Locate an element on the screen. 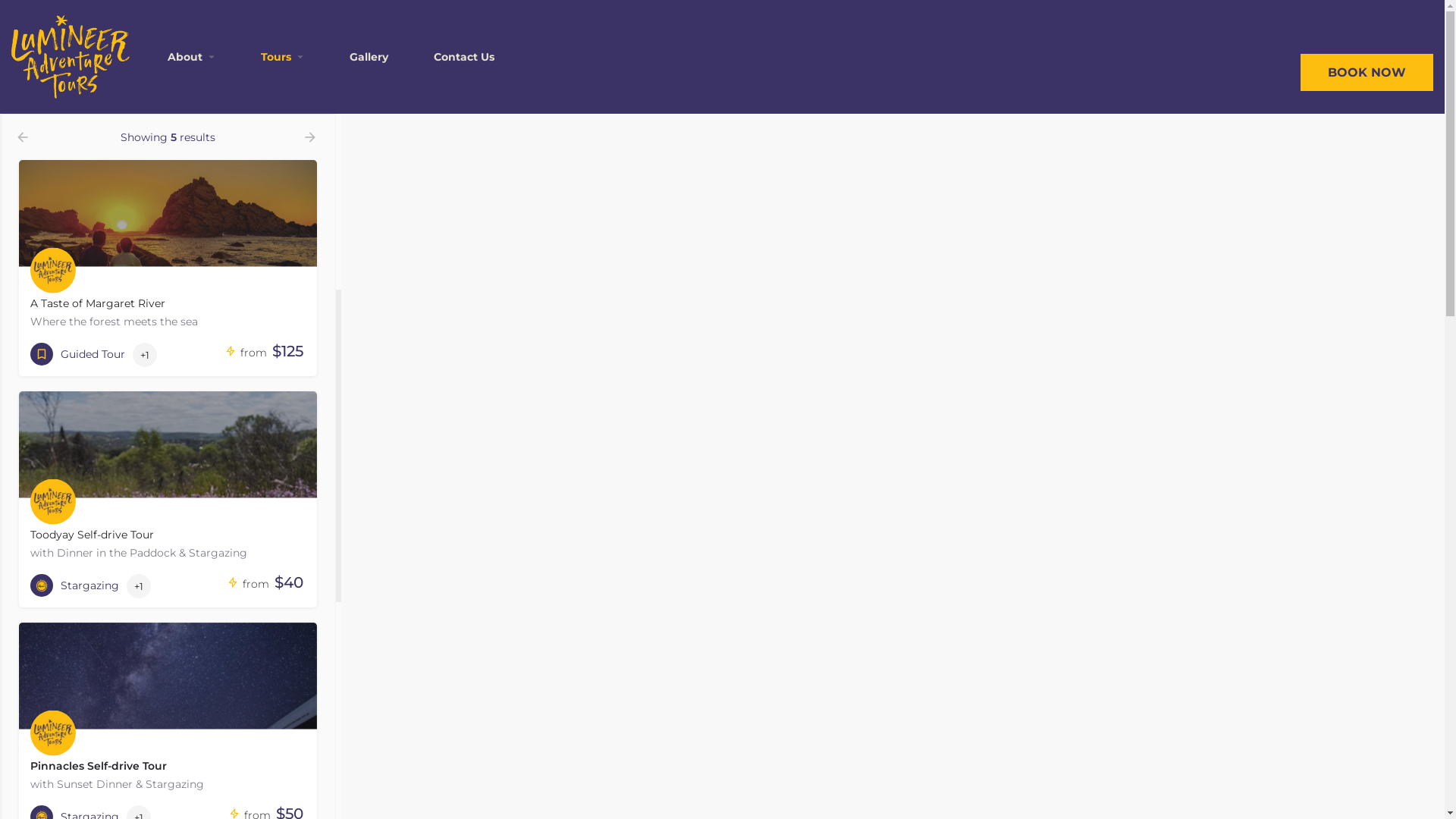 The image size is (1456, 819). 'About' is located at coordinates (184, 55).